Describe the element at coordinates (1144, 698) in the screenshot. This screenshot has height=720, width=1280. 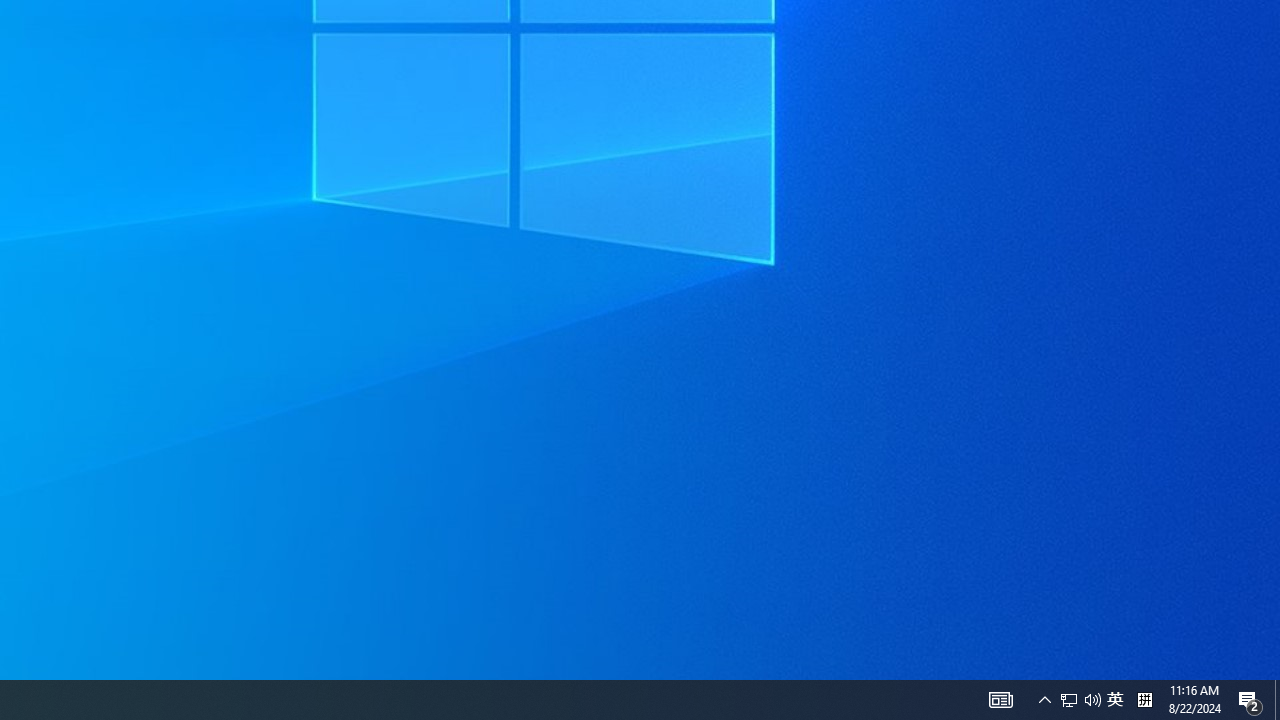
I see `'Tray Input Indicator - Chinese (Simplified, China)'` at that location.